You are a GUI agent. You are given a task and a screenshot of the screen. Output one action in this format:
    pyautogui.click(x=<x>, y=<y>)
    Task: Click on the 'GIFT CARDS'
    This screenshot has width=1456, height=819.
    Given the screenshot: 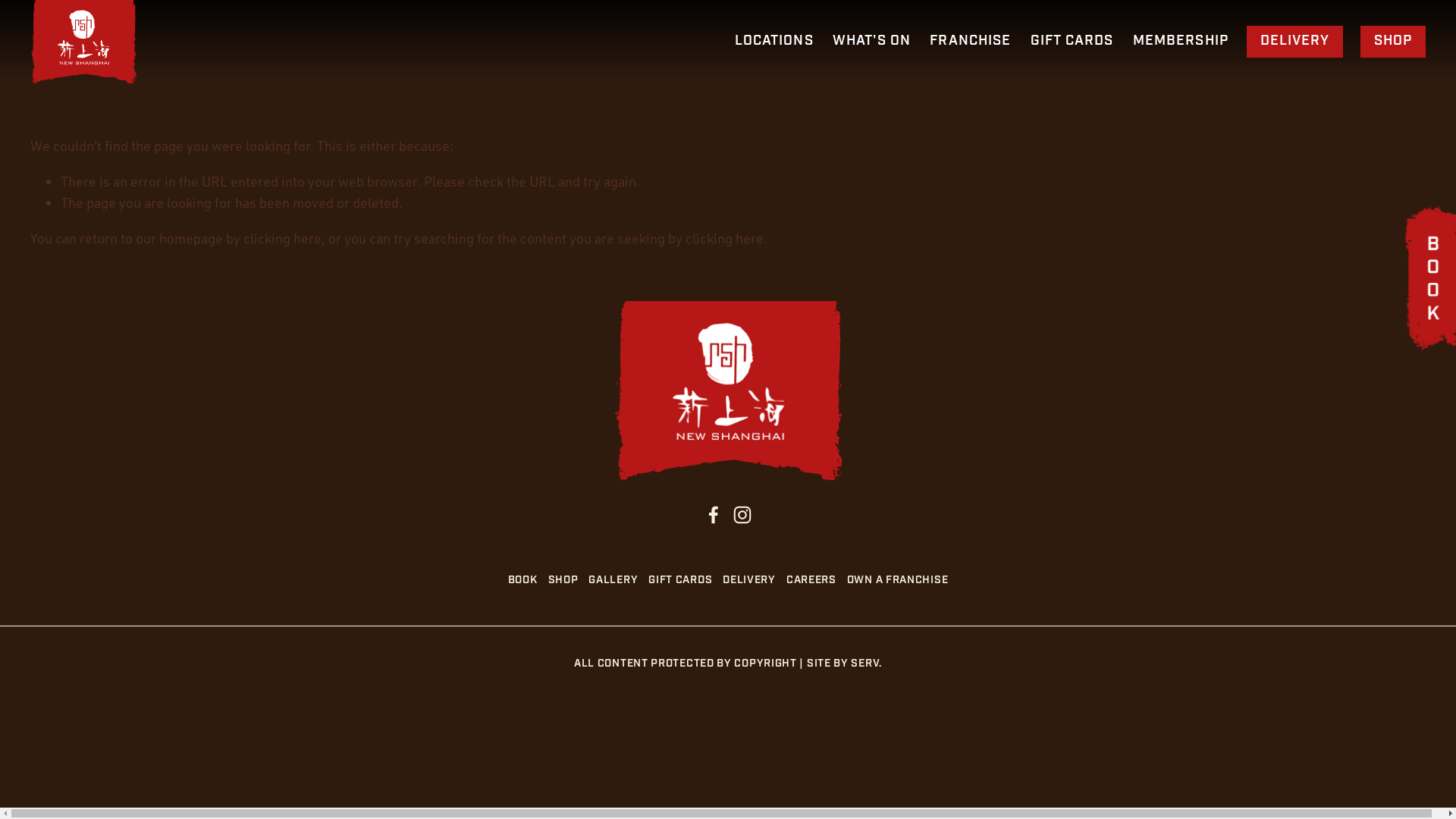 What is the action you would take?
    pyautogui.click(x=684, y=580)
    